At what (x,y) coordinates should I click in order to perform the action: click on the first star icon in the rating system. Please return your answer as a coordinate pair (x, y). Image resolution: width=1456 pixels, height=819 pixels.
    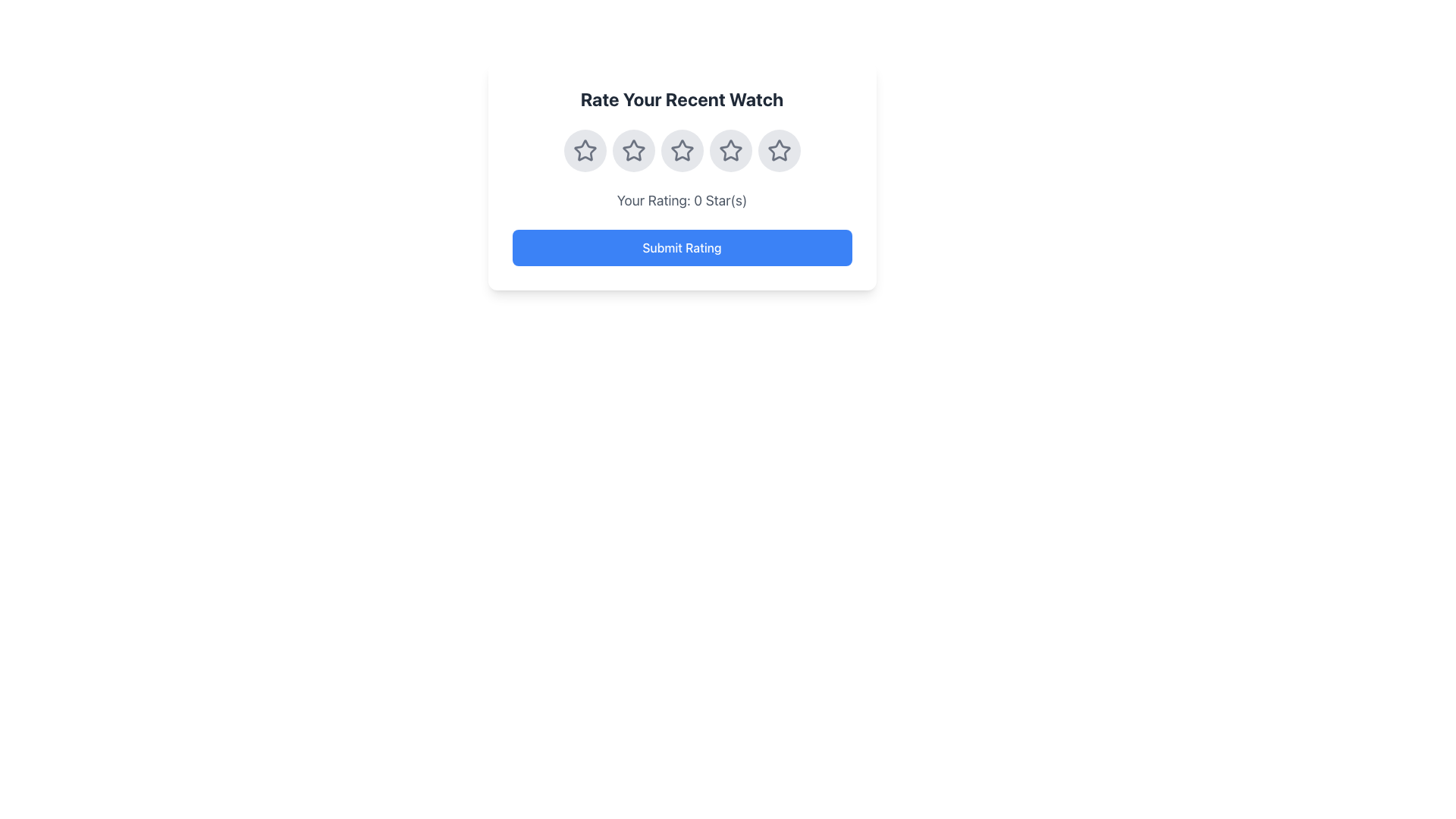
    Looking at the image, I should click on (584, 151).